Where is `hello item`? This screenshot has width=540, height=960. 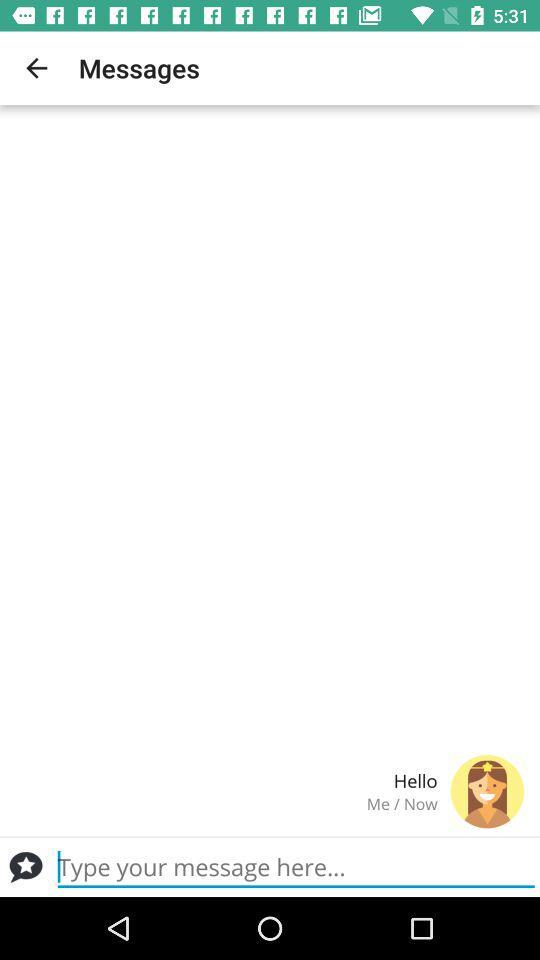 hello item is located at coordinates (225, 779).